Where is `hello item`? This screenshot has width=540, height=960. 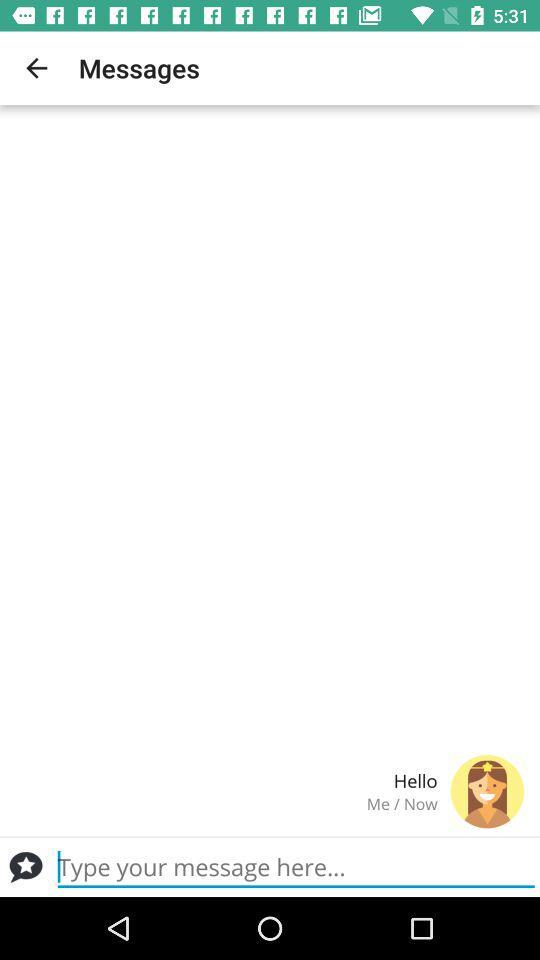 hello item is located at coordinates (225, 779).